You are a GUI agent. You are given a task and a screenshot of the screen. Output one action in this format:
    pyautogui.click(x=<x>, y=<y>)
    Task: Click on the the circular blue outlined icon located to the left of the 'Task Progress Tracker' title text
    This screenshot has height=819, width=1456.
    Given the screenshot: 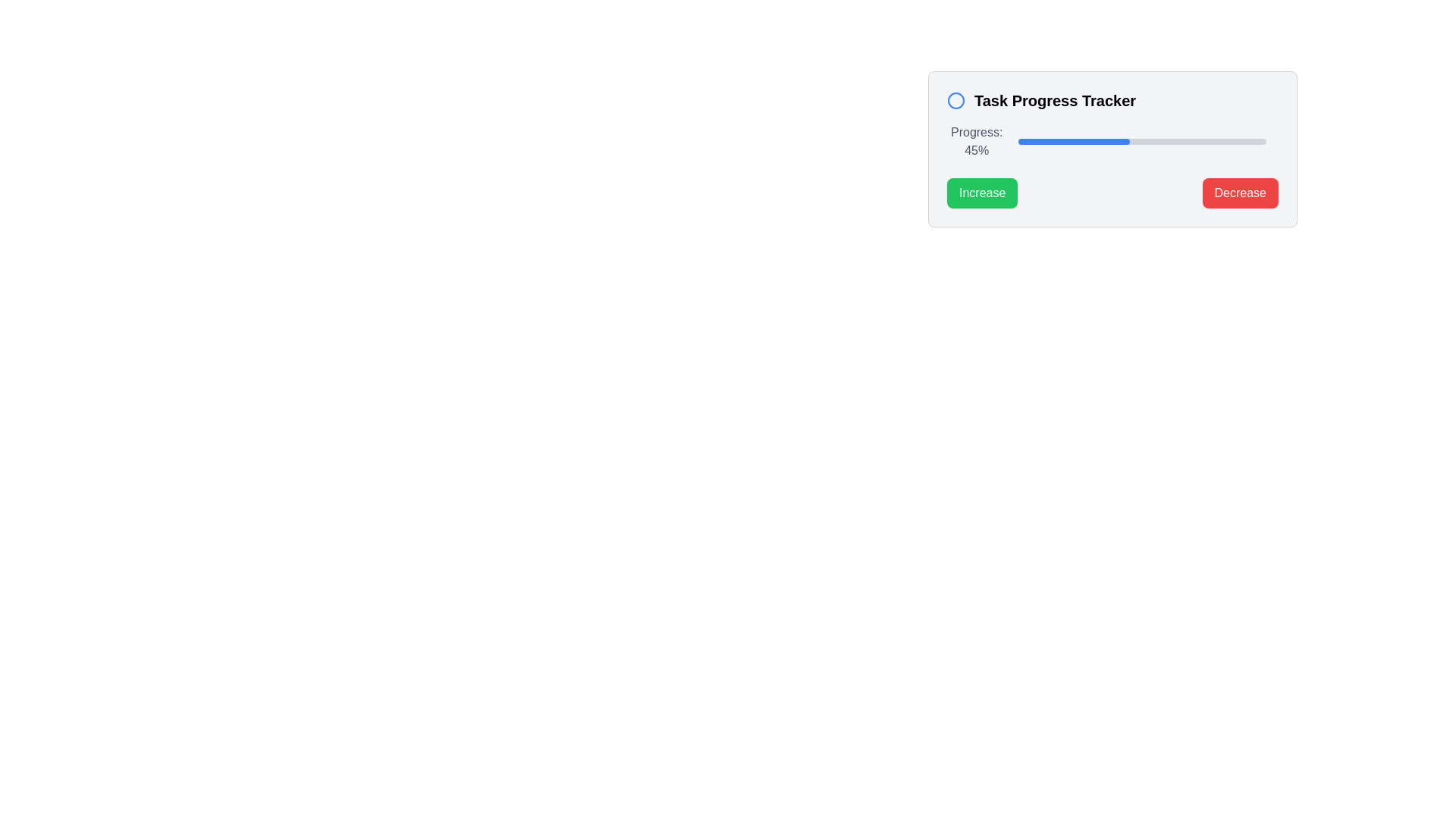 What is the action you would take?
    pyautogui.click(x=955, y=100)
    